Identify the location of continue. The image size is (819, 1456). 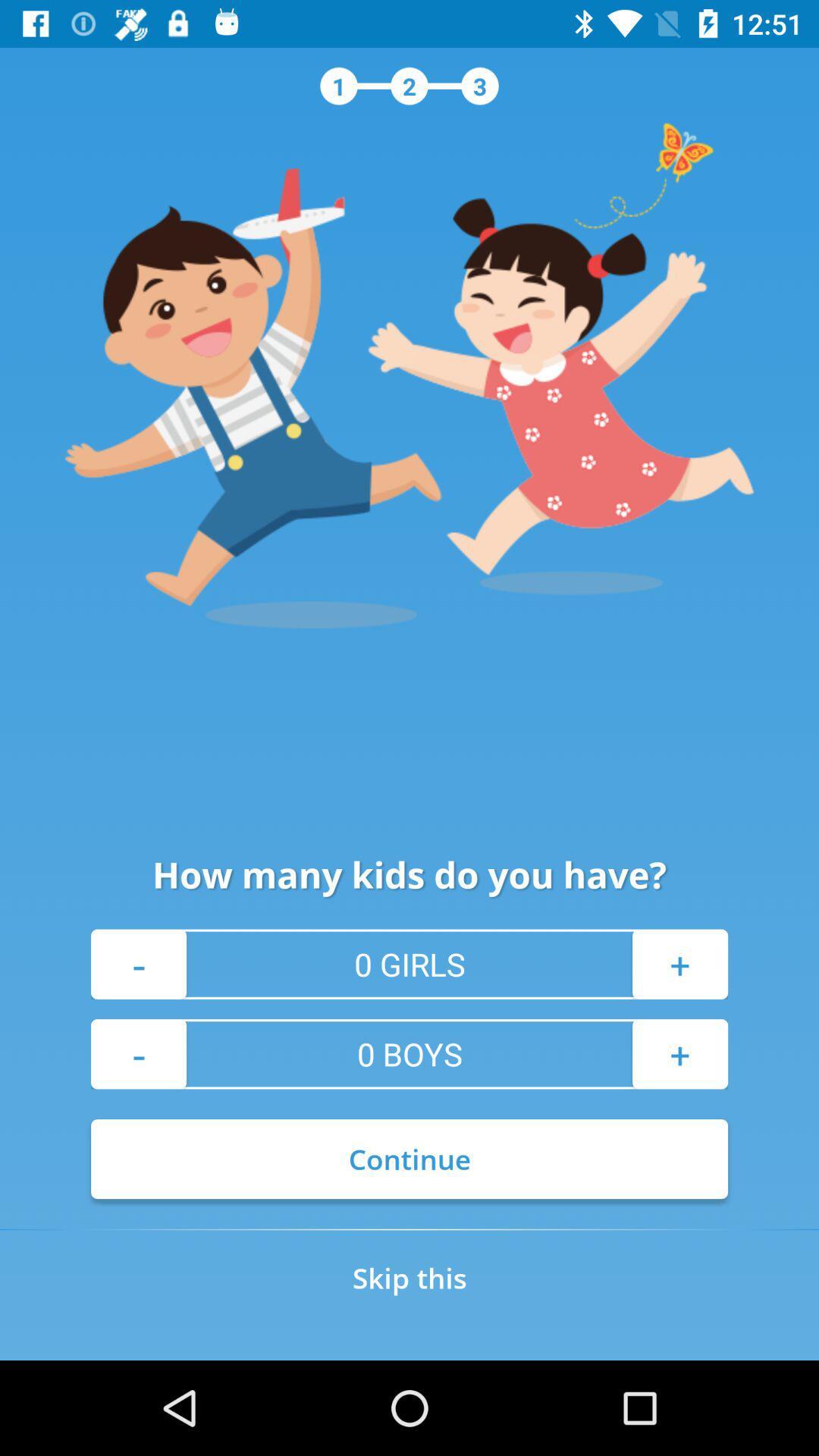
(409, 1158).